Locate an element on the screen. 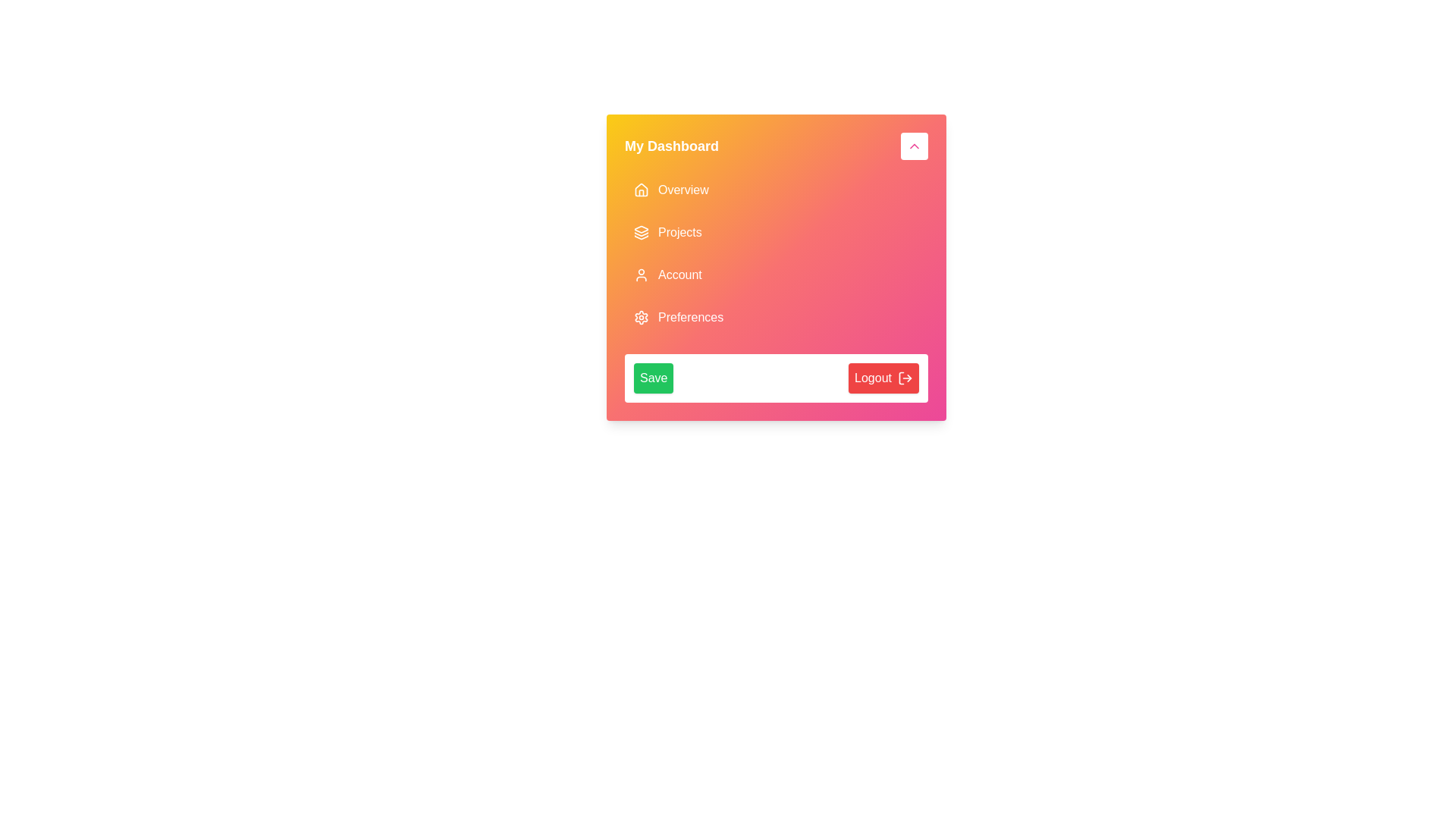 This screenshot has height=819, width=1456. the 'My Dashboard' panel is located at coordinates (776, 267).